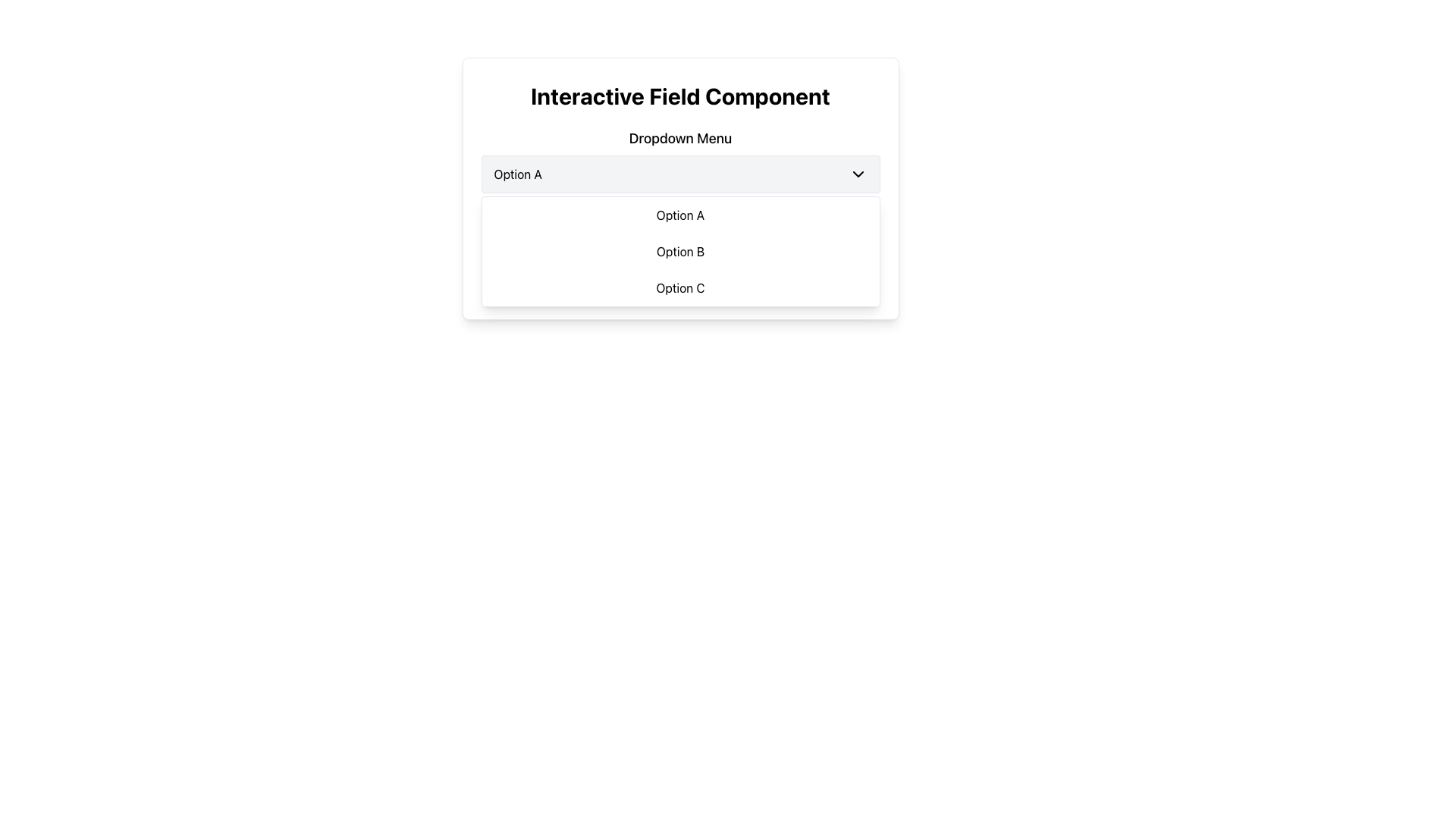 This screenshot has height=819, width=1456. What do you see at coordinates (679, 174) in the screenshot?
I see `the gray rectangular dropdown menu containing 'Option A'` at bounding box center [679, 174].